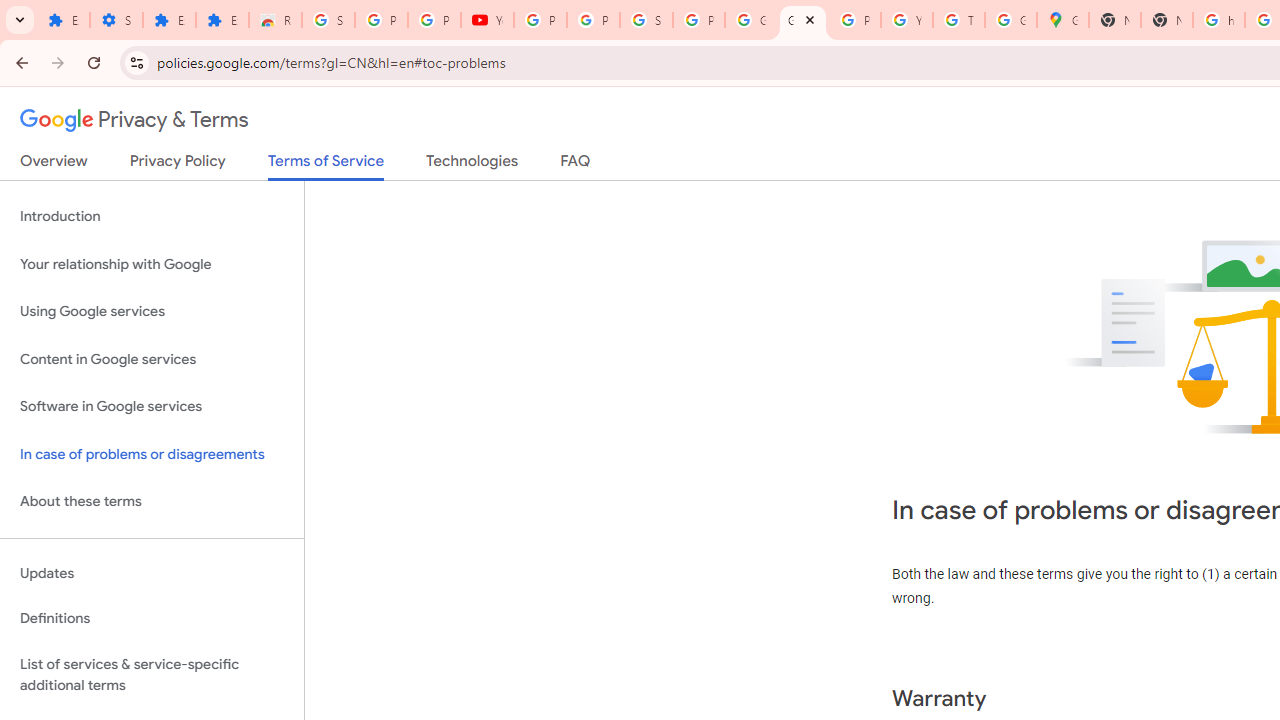 Image resolution: width=1280 pixels, height=720 pixels. I want to click on 'About these terms', so click(151, 501).